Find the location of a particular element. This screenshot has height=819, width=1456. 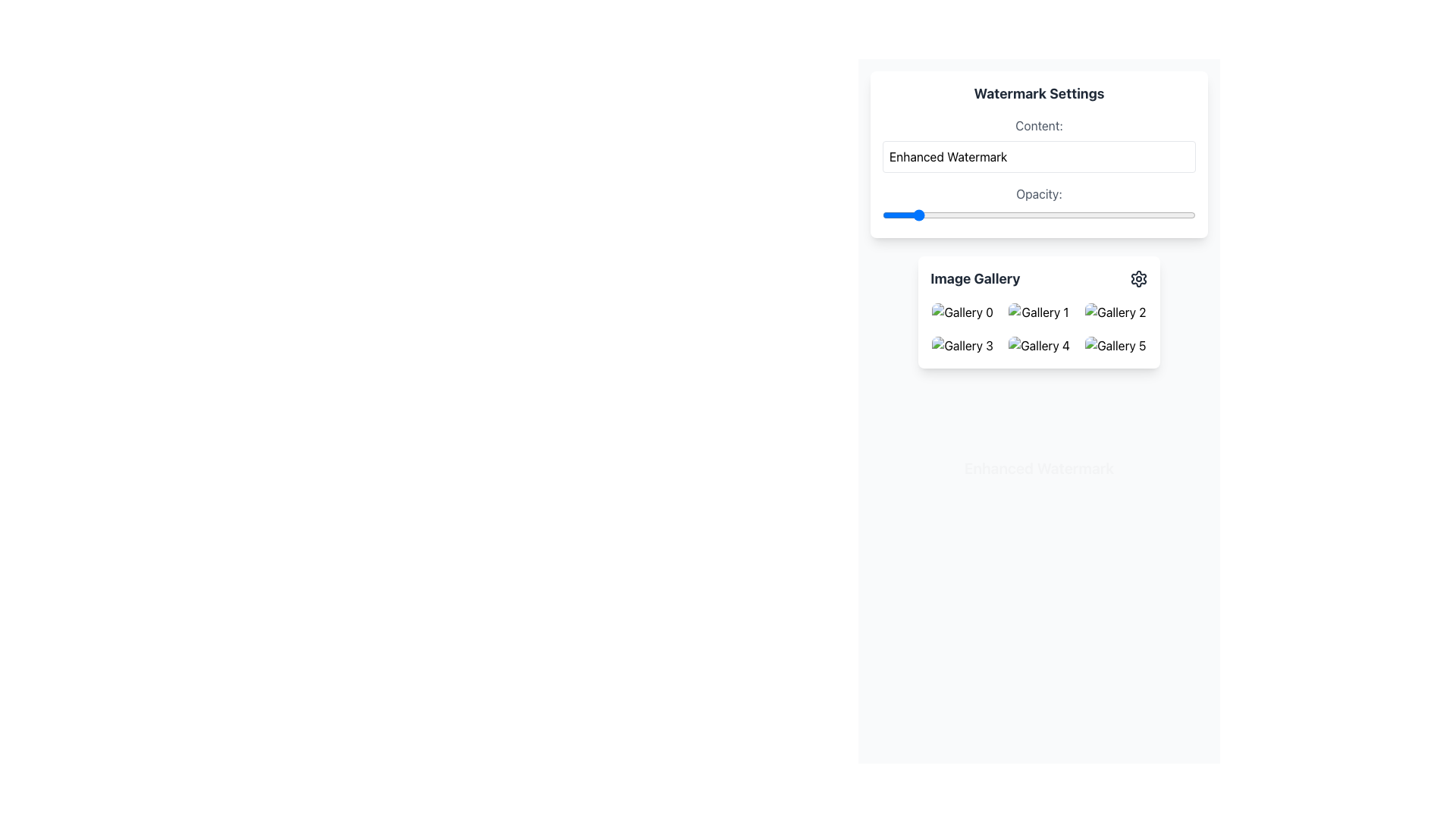

the image element displaying the placeholder icon with 'Gallery 3' text, located in the first column of the second row in the 'Image Gallery' section under the 'Watermark Settings' panel is located at coordinates (962, 345).